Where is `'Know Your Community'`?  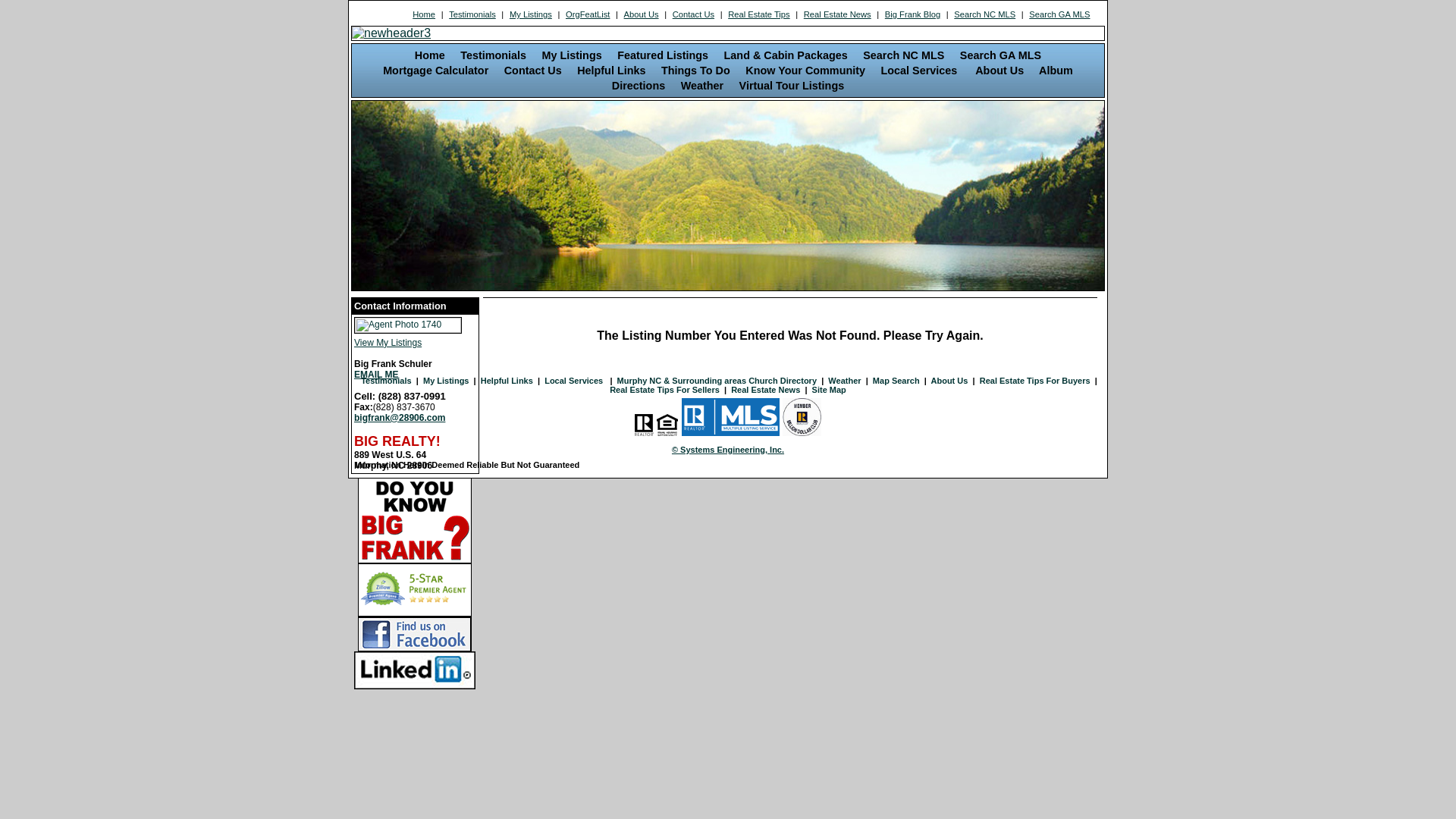 'Know Your Community' is located at coordinates (804, 70).